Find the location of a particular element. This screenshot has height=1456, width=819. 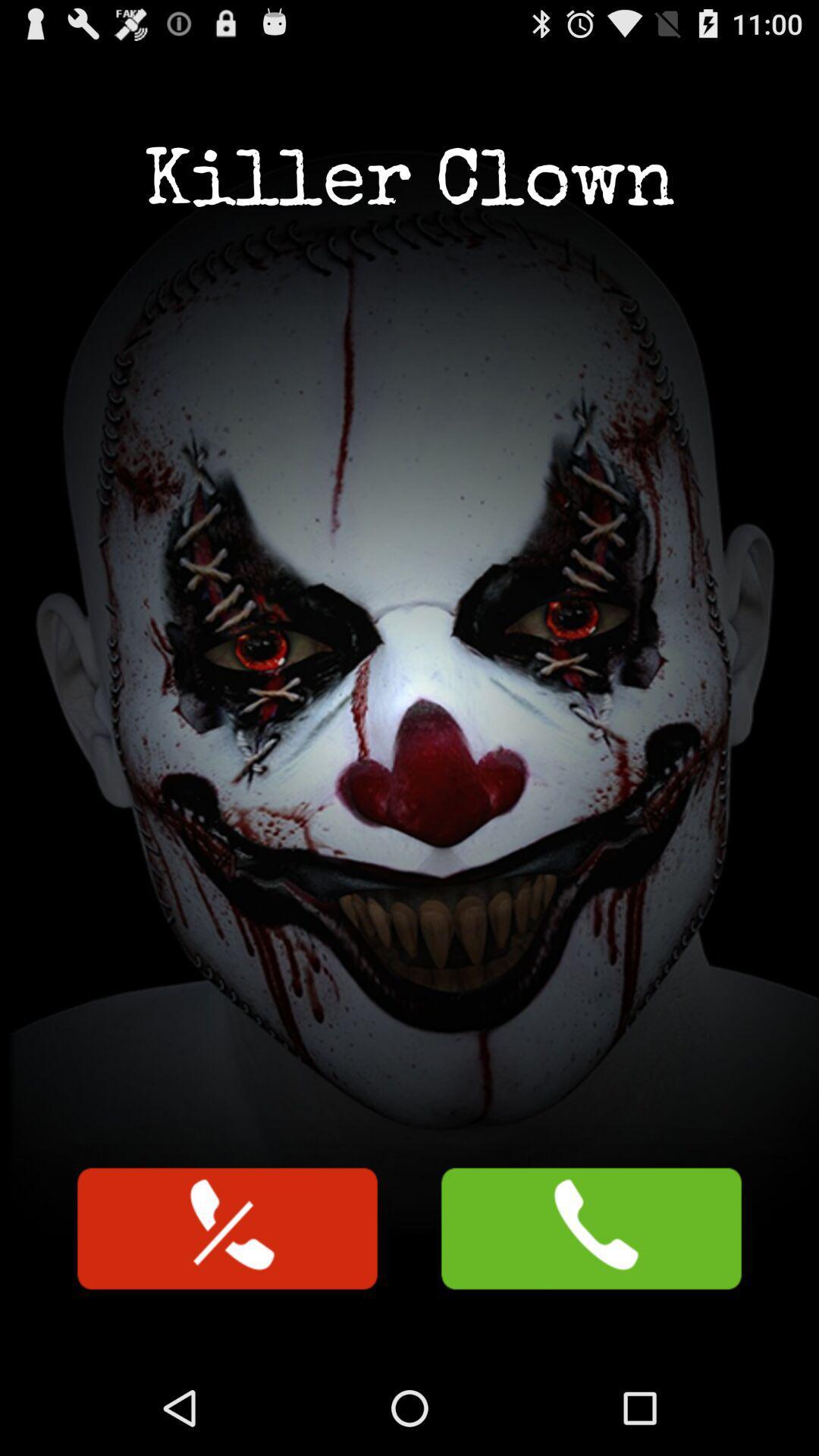

decline phonecall is located at coordinates (227, 1228).